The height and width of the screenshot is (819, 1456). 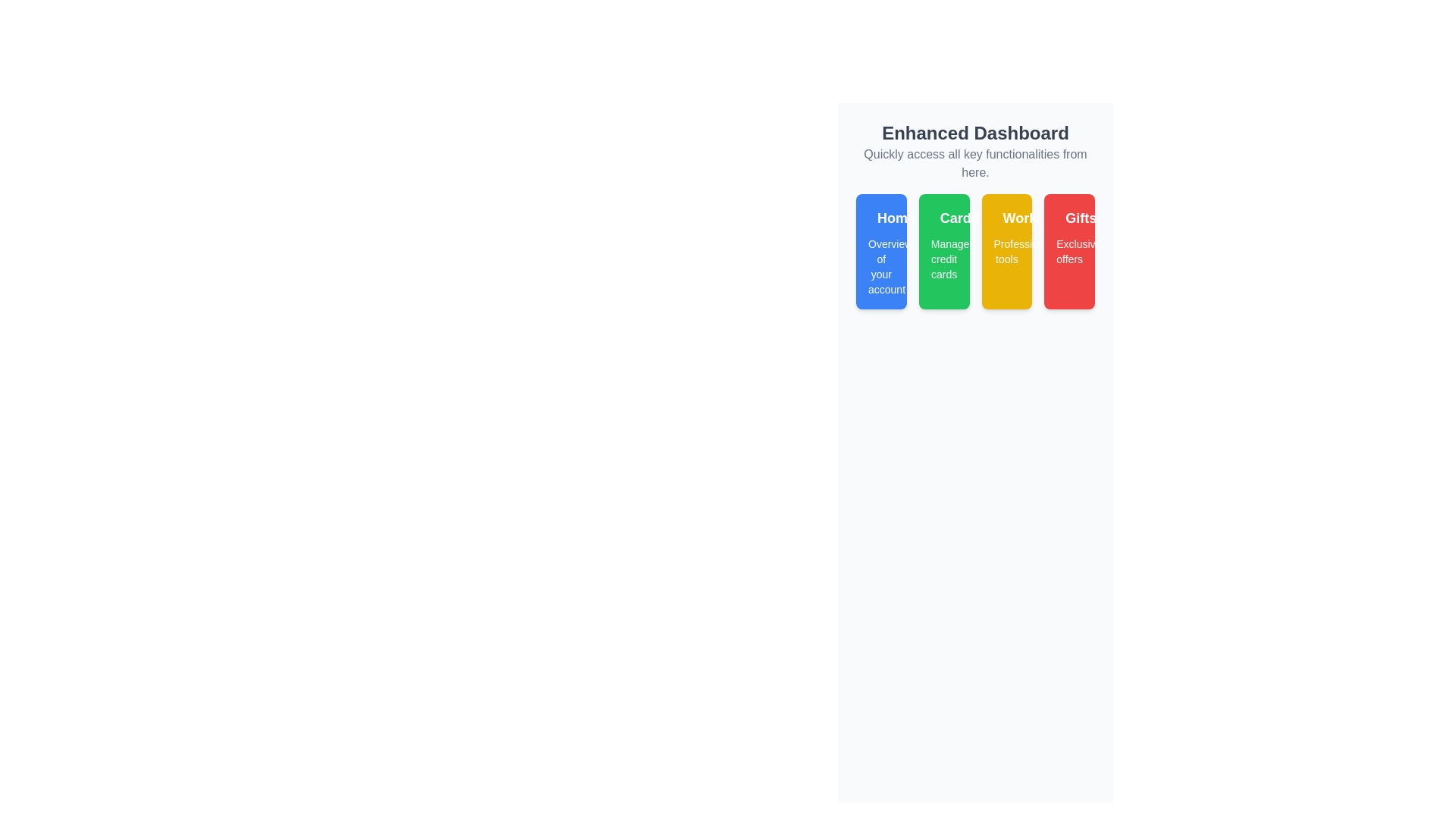 I want to click on contents of the text element located centrally below the 'Home' header within the blue rectangular card titled 'Home', so click(x=881, y=265).